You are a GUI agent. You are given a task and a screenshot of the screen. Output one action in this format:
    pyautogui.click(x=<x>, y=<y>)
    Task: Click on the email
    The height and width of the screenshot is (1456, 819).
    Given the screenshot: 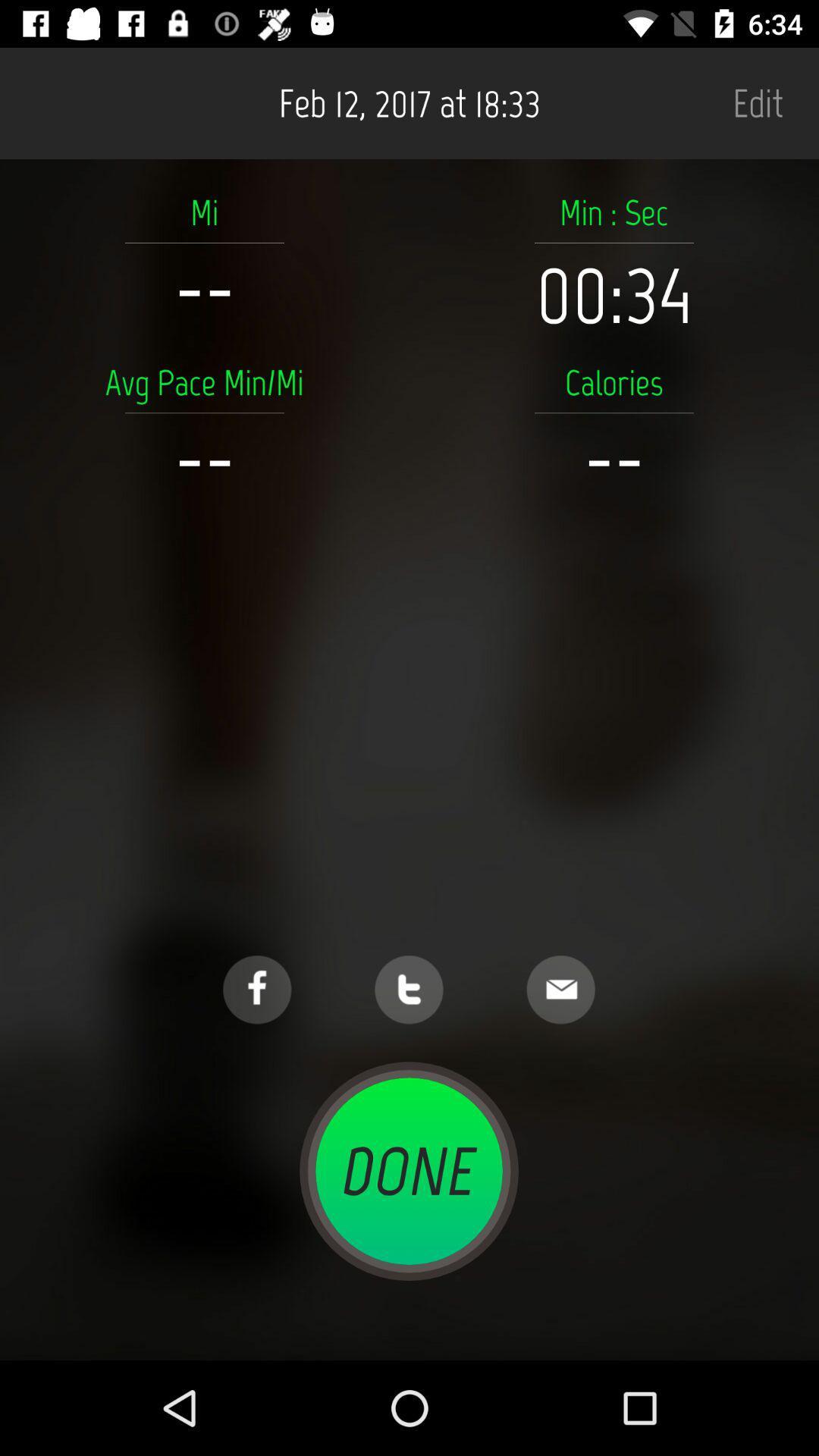 What is the action you would take?
    pyautogui.click(x=560, y=990)
    